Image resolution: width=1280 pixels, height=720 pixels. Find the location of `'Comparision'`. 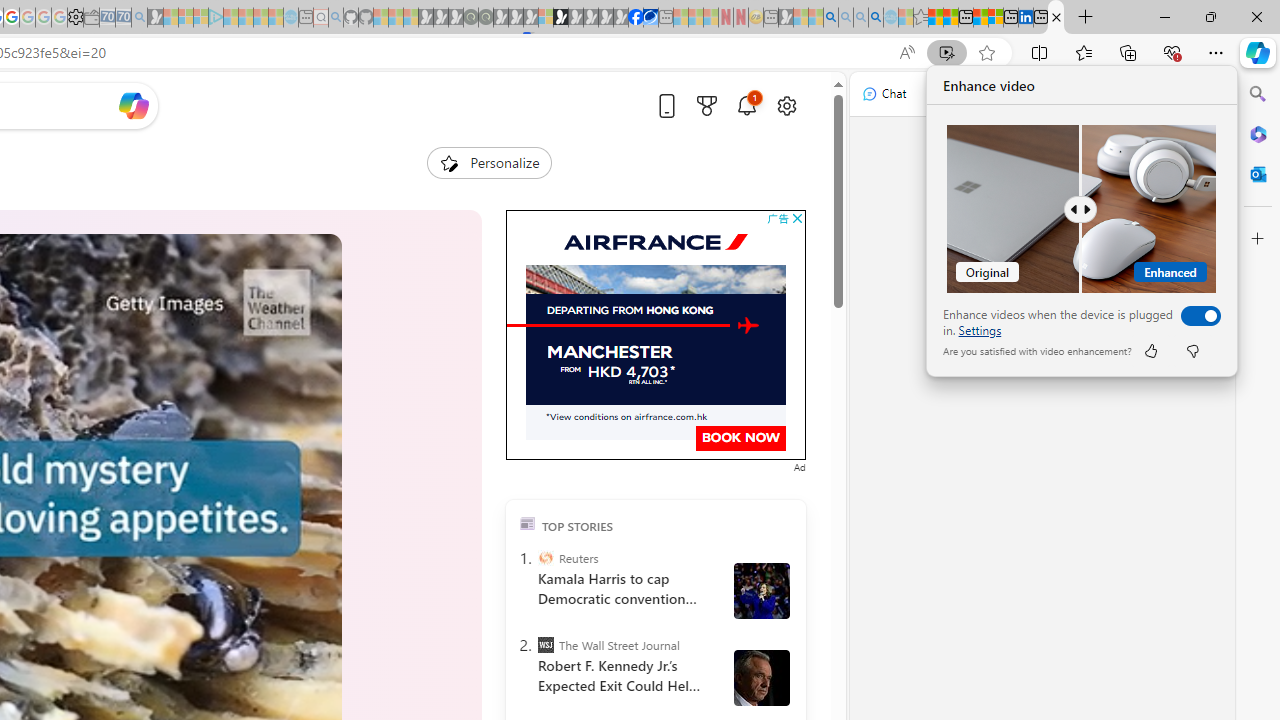

'Comparision' is located at coordinates (1080, 209).